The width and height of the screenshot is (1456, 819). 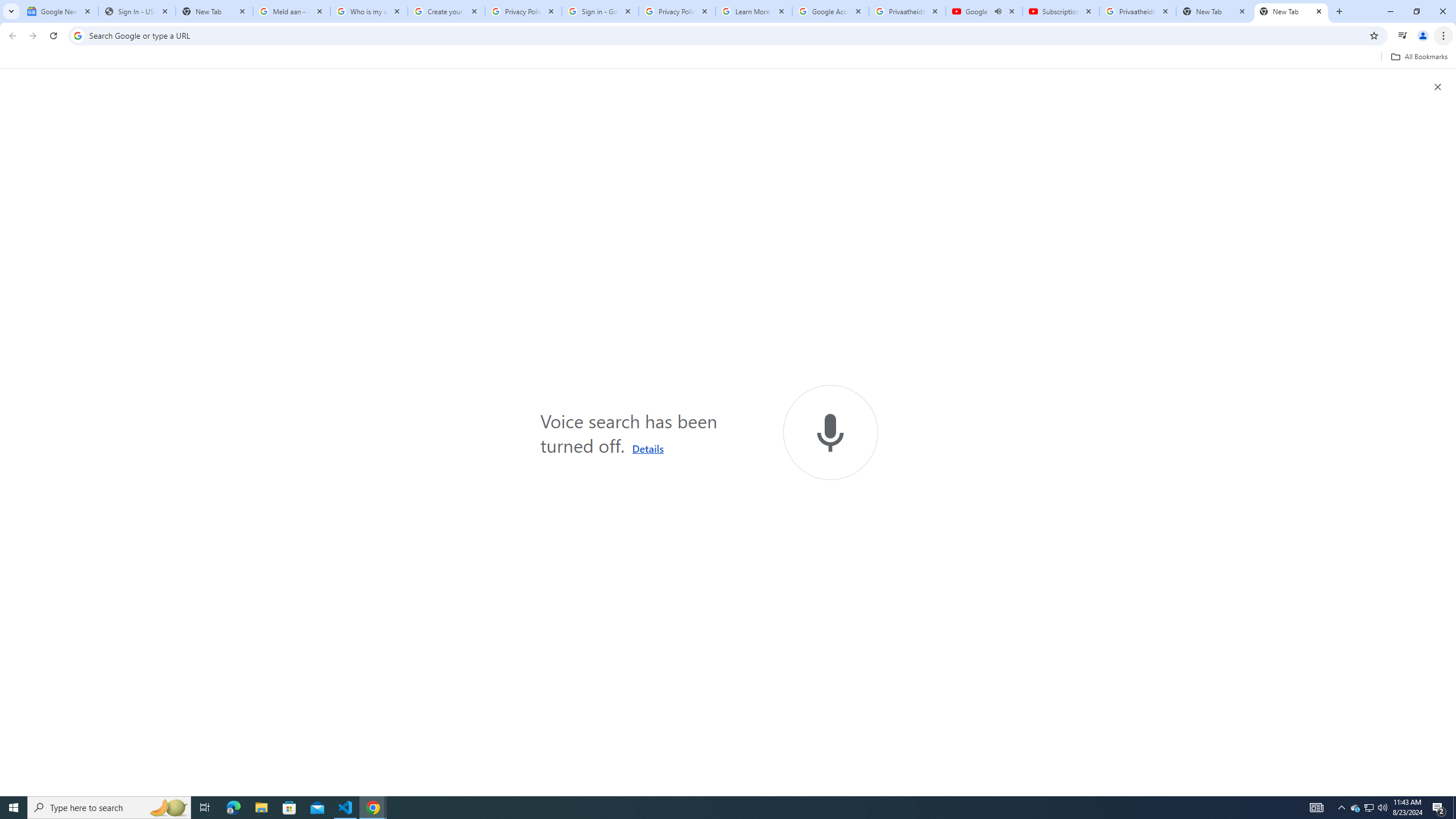 What do you see at coordinates (830, 11) in the screenshot?
I see `'Google Account'` at bounding box center [830, 11].